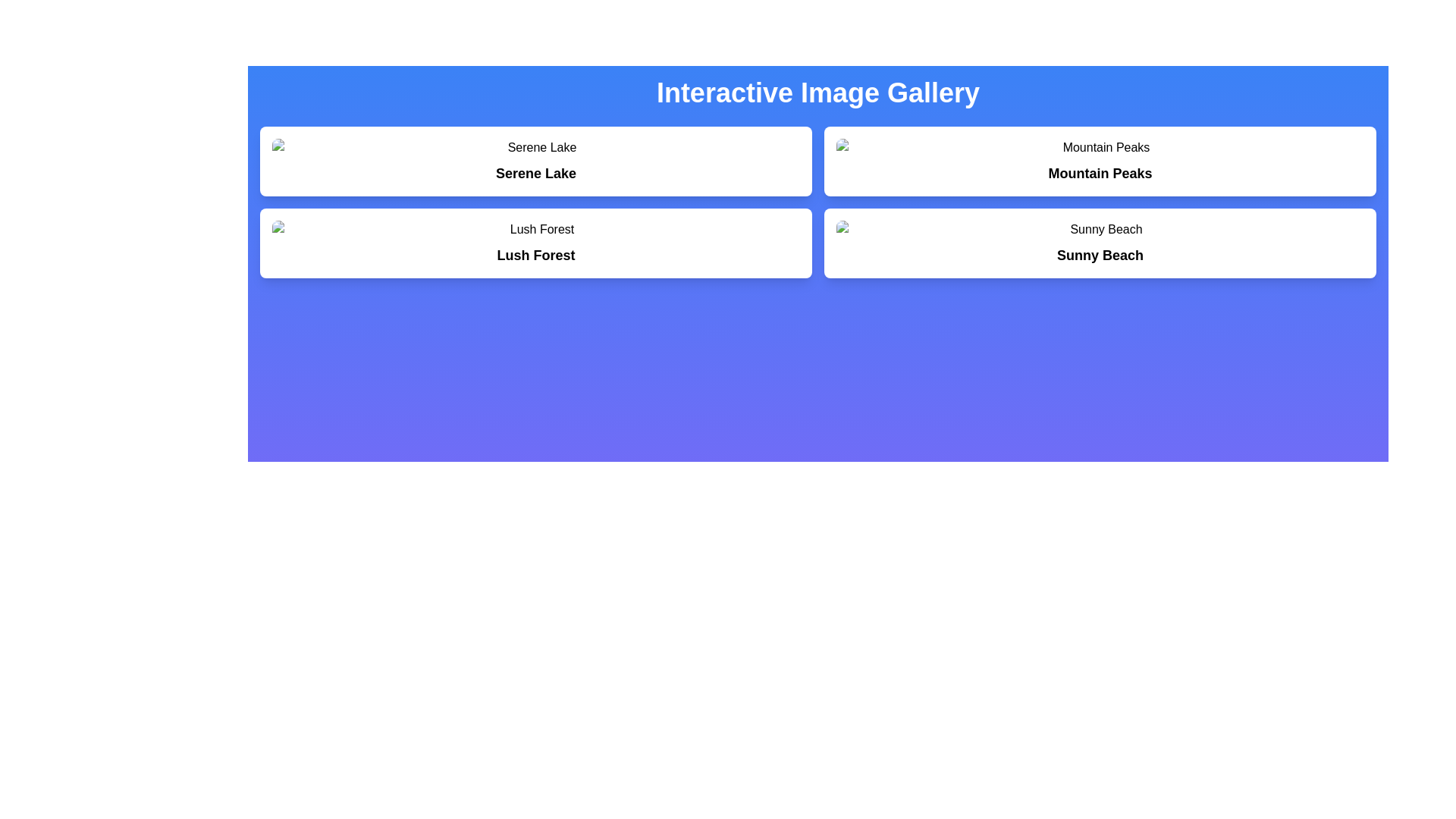  What do you see at coordinates (1100, 254) in the screenshot?
I see `the bold, black text 'Sunny Beach' displayed in a larger font size within a white, rounded box against a vibrant gradient blue background` at bounding box center [1100, 254].